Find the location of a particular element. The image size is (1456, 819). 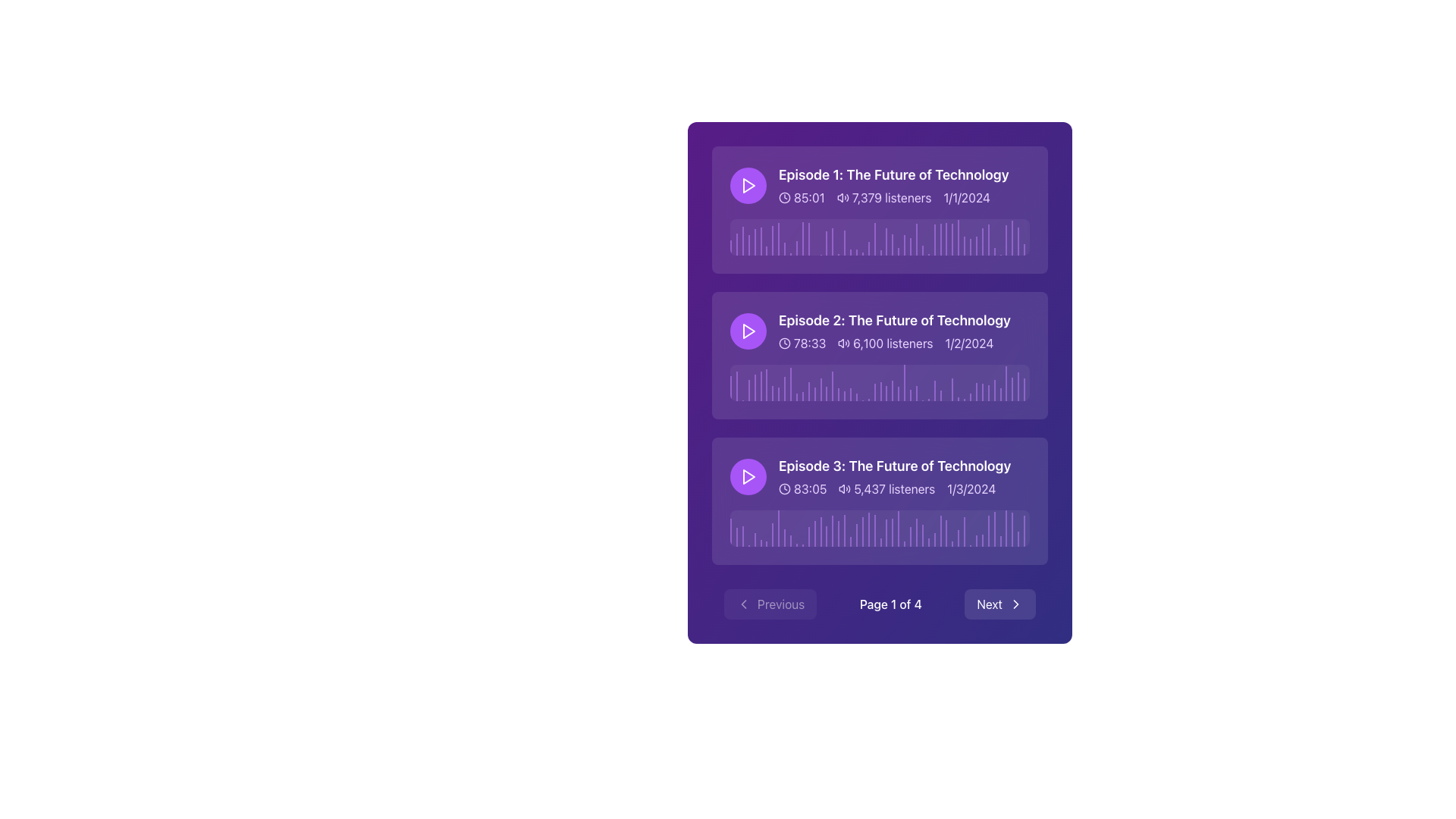

the sixth vertical bar segment from the left in the progress bar representation located in the second card, characterized by its faint purple color and notable height is located at coordinates (761, 385).